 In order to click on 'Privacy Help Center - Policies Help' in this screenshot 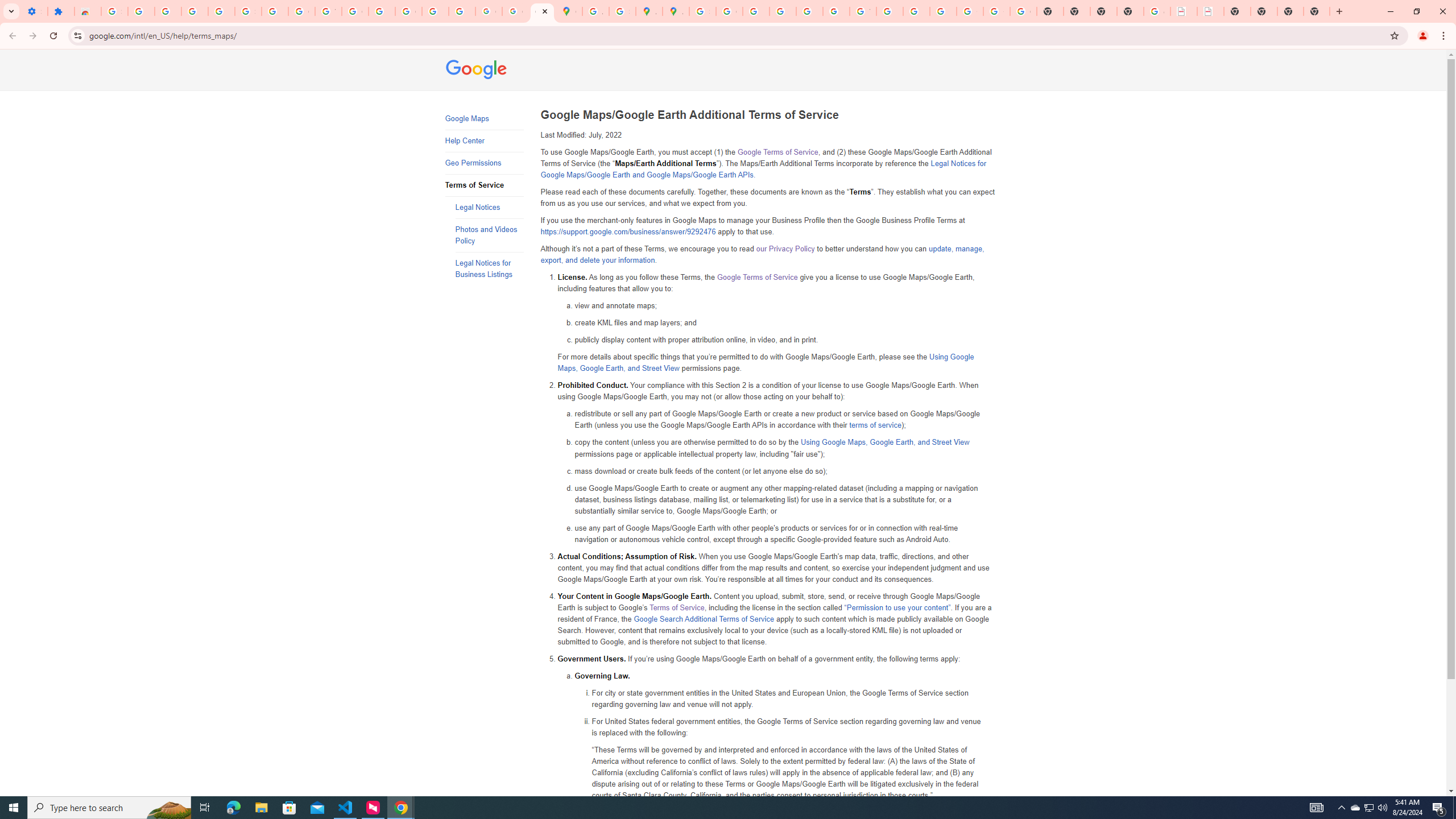, I will do `click(782, 11)`.